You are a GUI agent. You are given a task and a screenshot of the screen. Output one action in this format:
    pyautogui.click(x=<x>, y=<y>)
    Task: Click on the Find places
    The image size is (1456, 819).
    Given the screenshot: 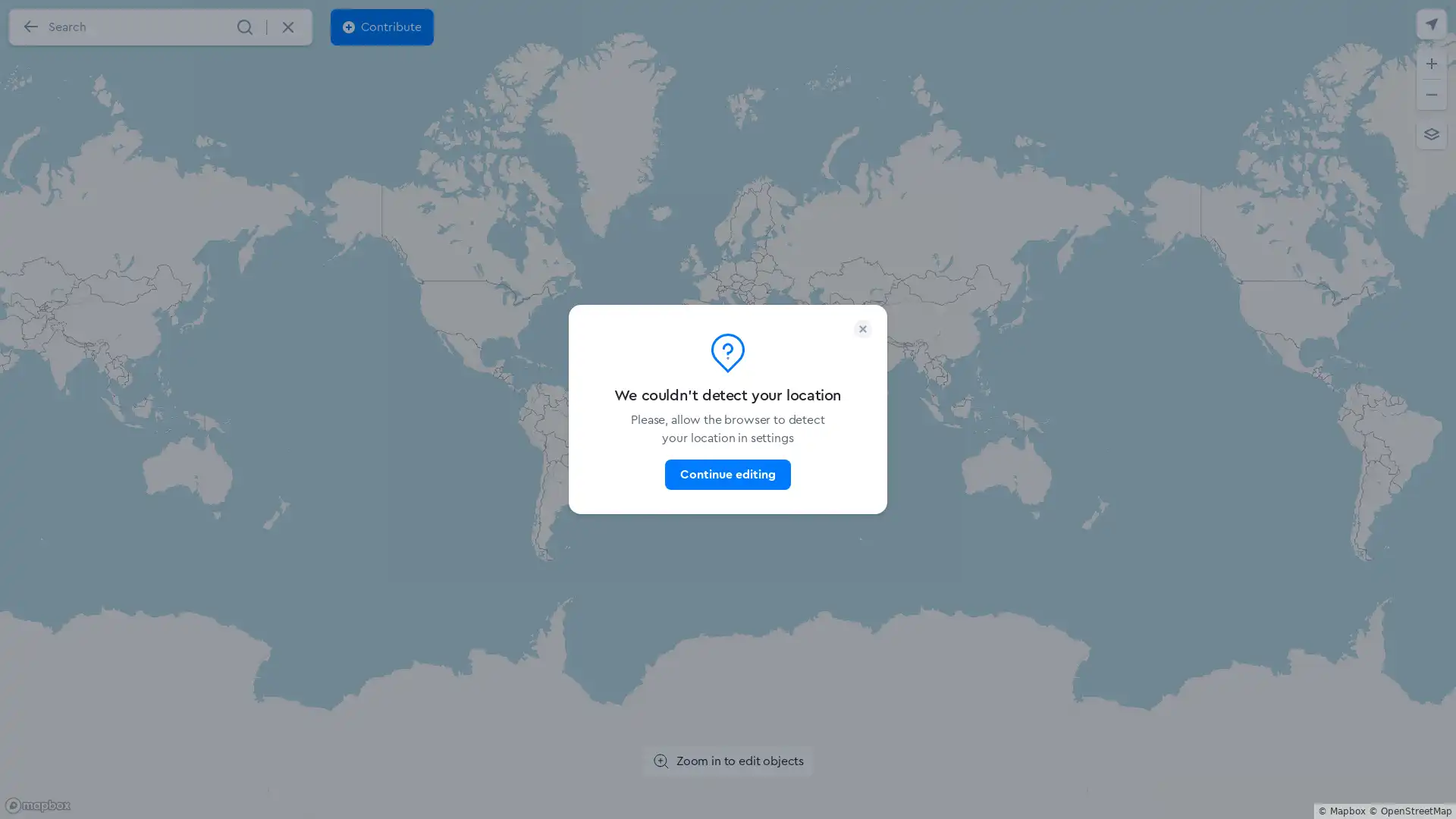 What is the action you would take?
    pyautogui.click(x=244, y=27)
    